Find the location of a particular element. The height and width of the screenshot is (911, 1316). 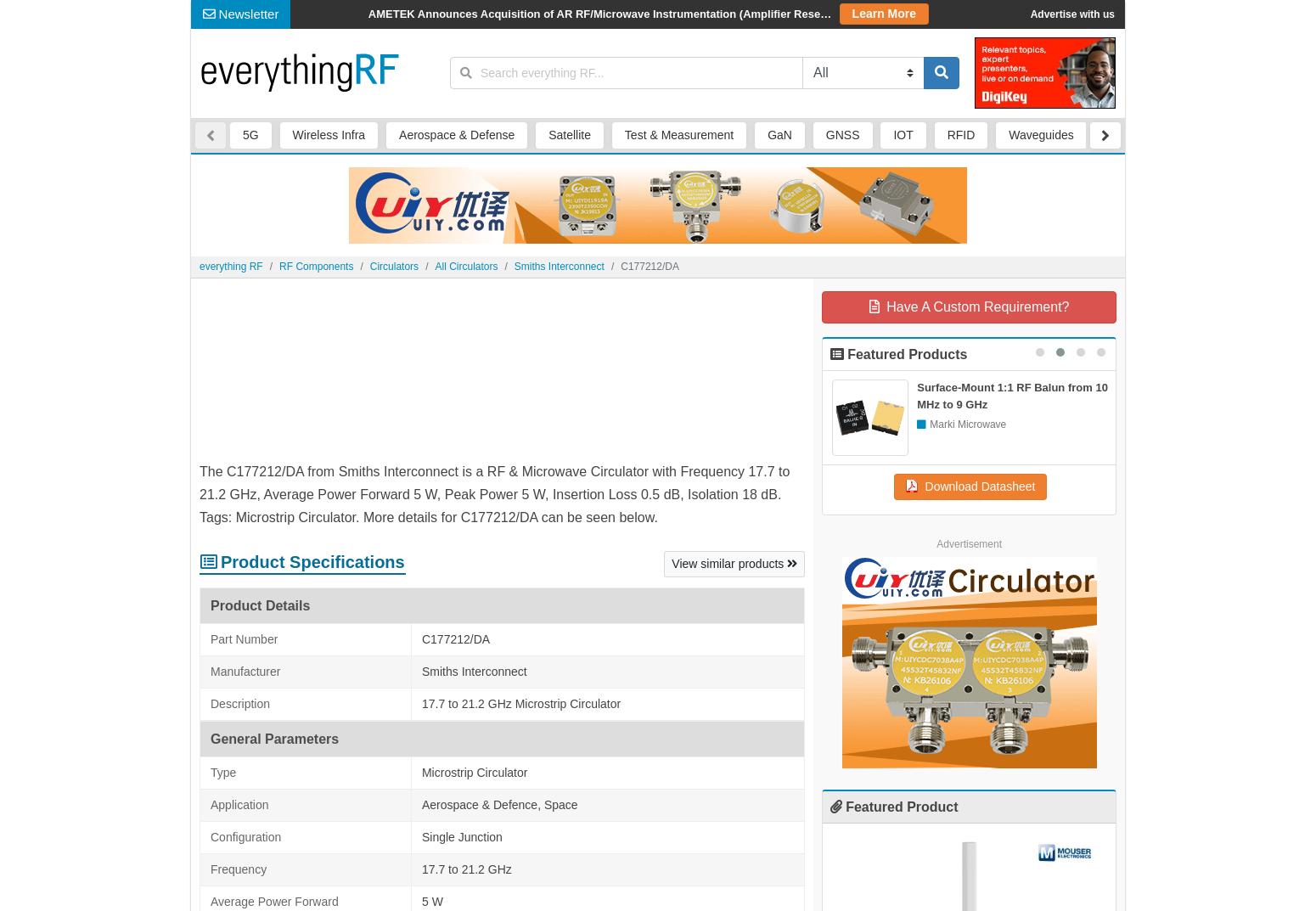

'Directory' is located at coordinates (681, 14).